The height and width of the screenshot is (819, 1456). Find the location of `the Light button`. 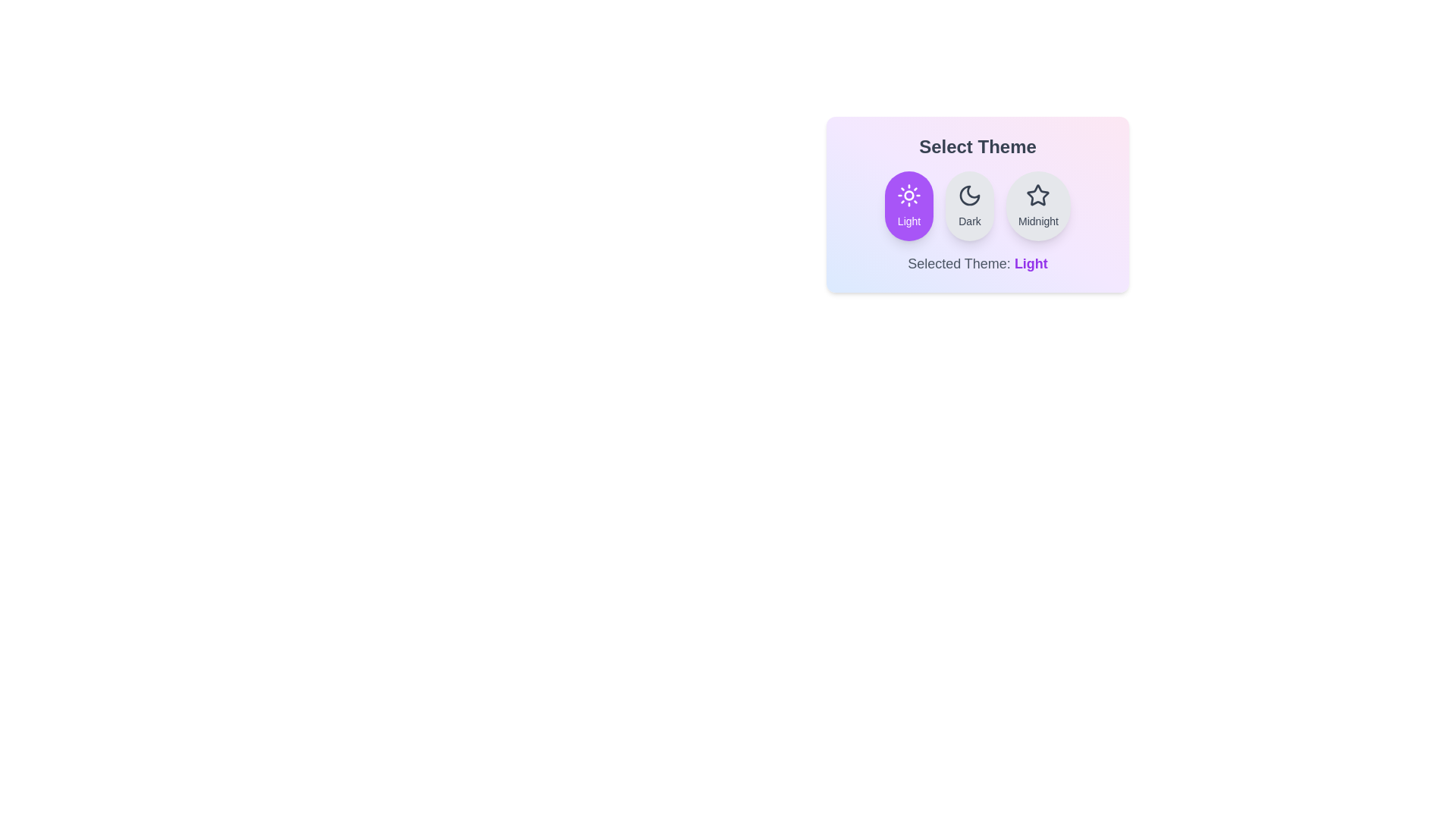

the Light button is located at coordinates (909, 206).